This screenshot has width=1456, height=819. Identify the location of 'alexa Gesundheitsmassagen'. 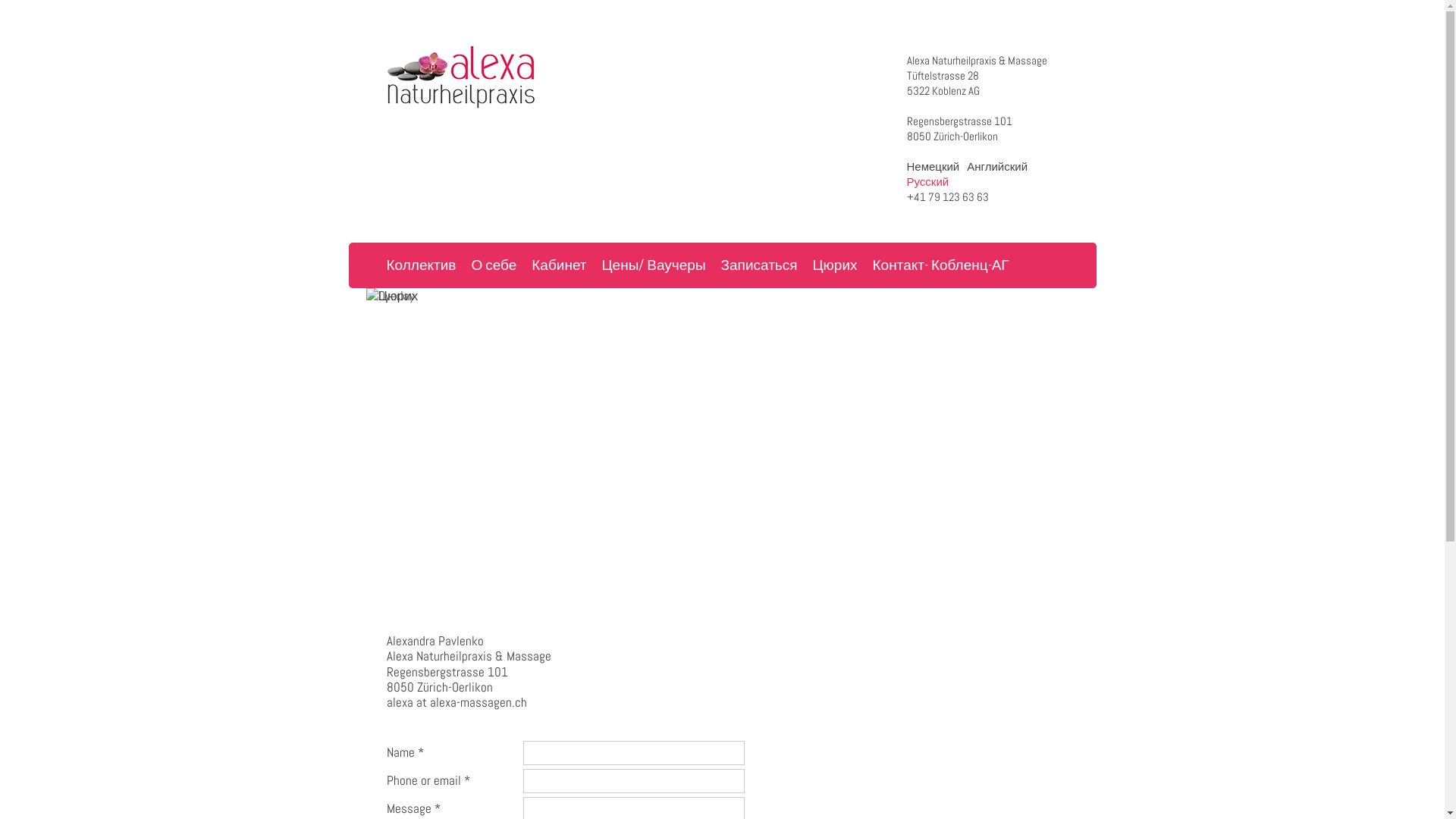
(386, 77).